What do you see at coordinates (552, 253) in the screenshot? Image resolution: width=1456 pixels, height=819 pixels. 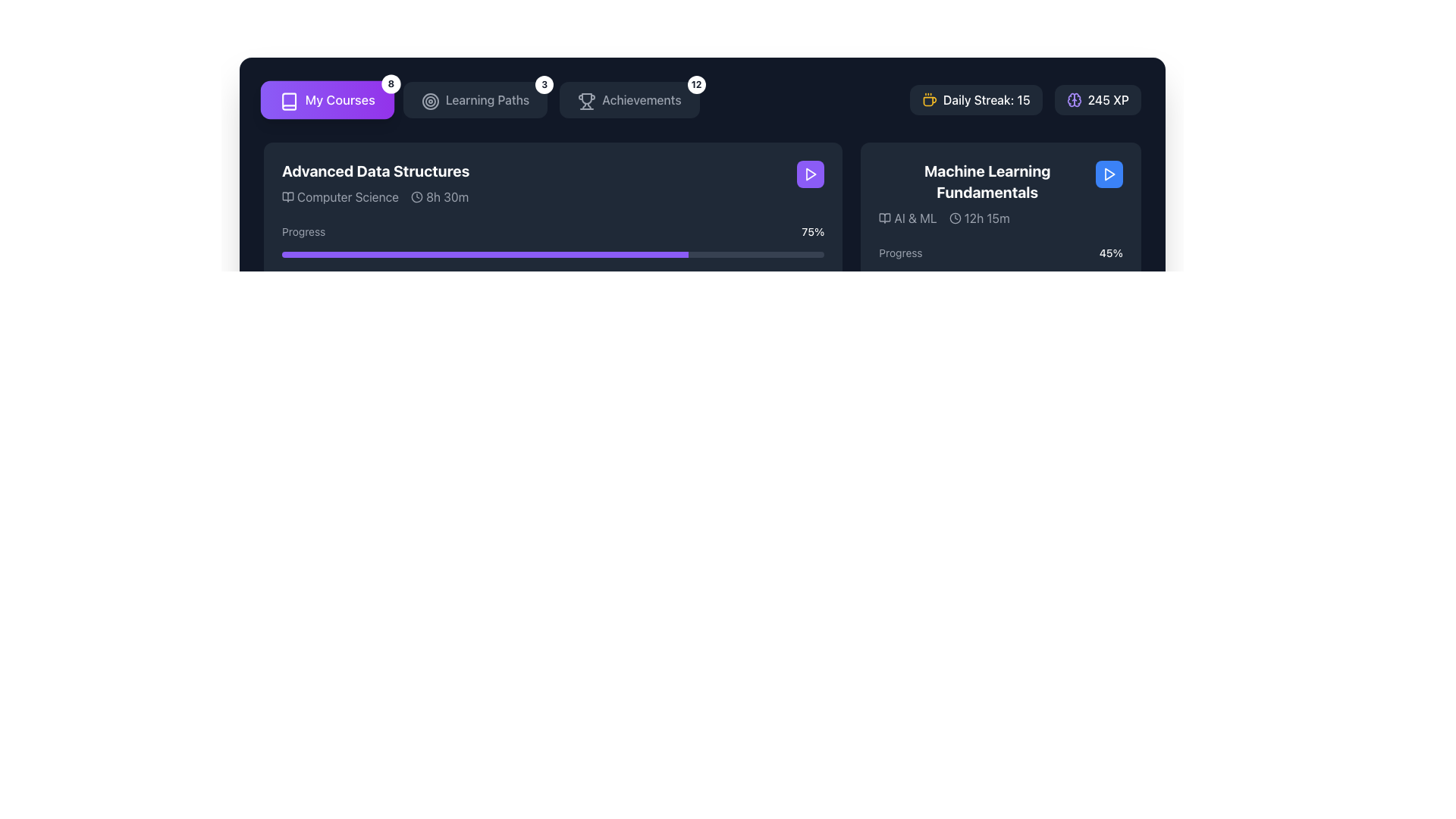 I see `the Progress Bar located beneath the text 'Progress' in the 'Advanced Data Structures' card, which visually indicates a task completion status` at bounding box center [552, 253].